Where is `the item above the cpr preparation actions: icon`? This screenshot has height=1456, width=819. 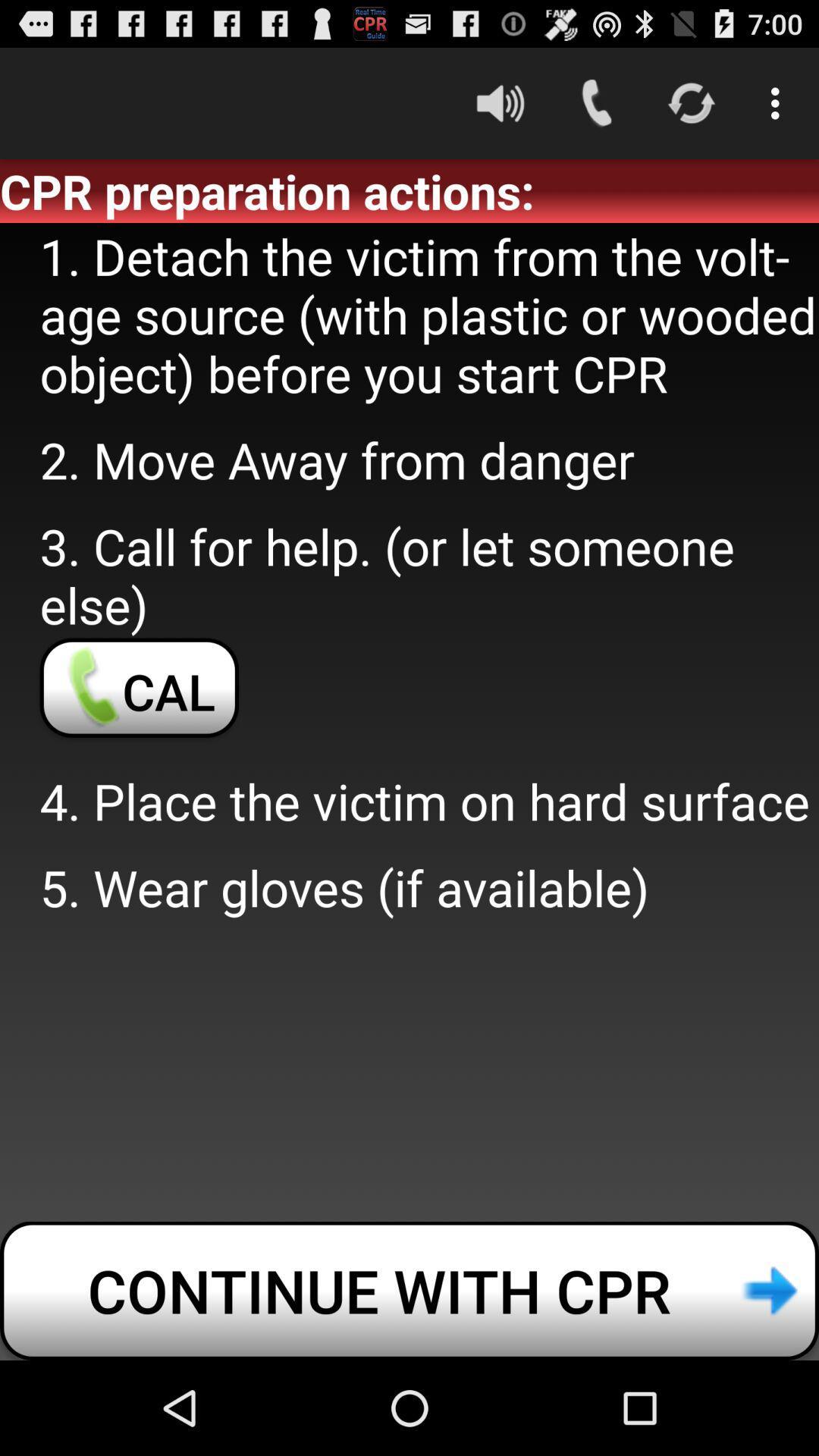 the item above the cpr preparation actions: icon is located at coordinates (500, 102).